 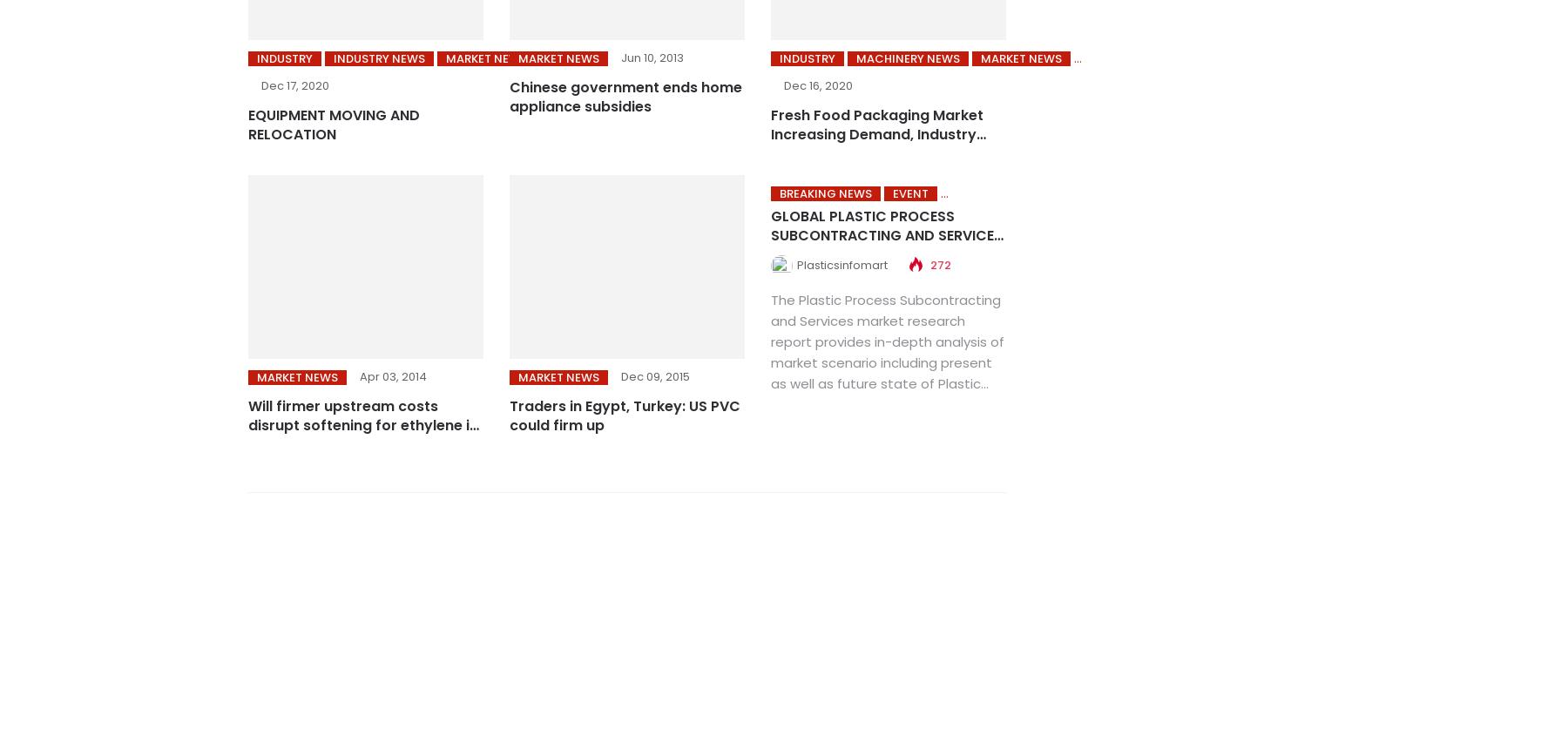 I want to click on 'EQUIPMENT MOVING AND RELOCATION', so click(x=334, y=124).